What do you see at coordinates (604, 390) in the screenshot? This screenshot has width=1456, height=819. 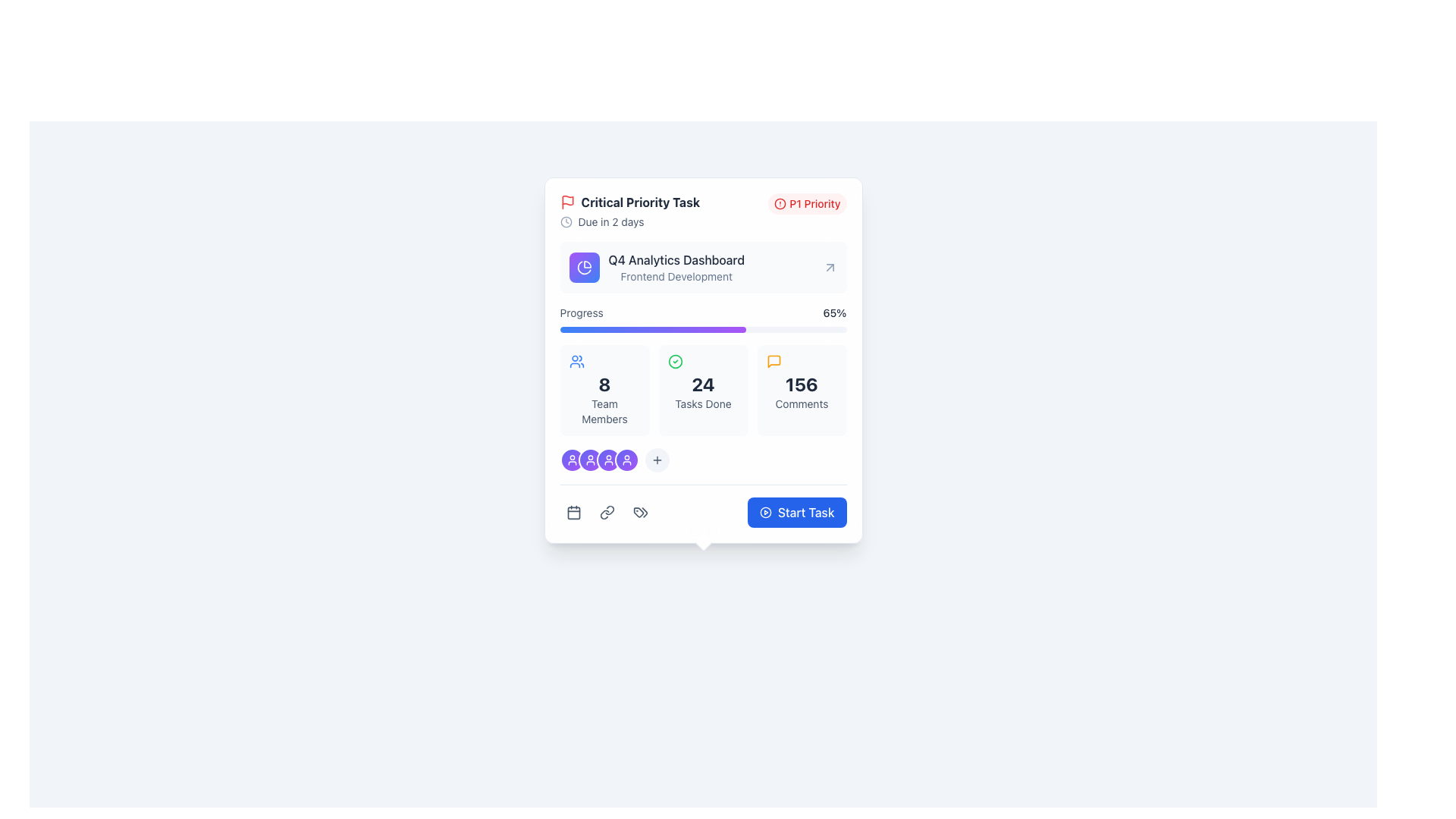 I see `displayed information from the Info card showing '8 Team Members' with a user icon above it, located in the top-left corner of the grid` at bounding box center [604, 390].